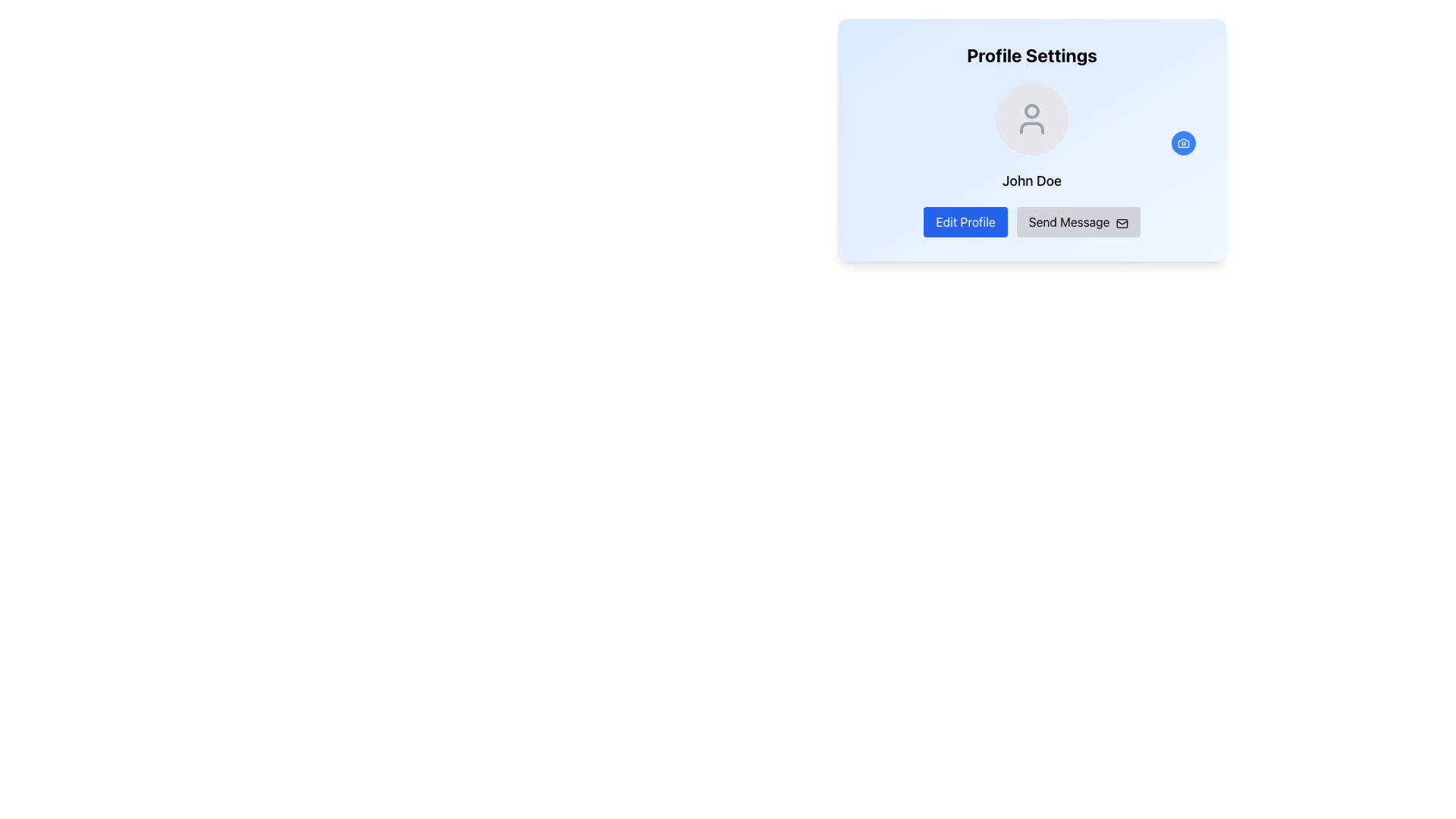  What do you see at coordinates (965, 222) in the screenshot?
I see `the blue 'Edit Profile' button with rounded edges` at bounding box center [965, 222].